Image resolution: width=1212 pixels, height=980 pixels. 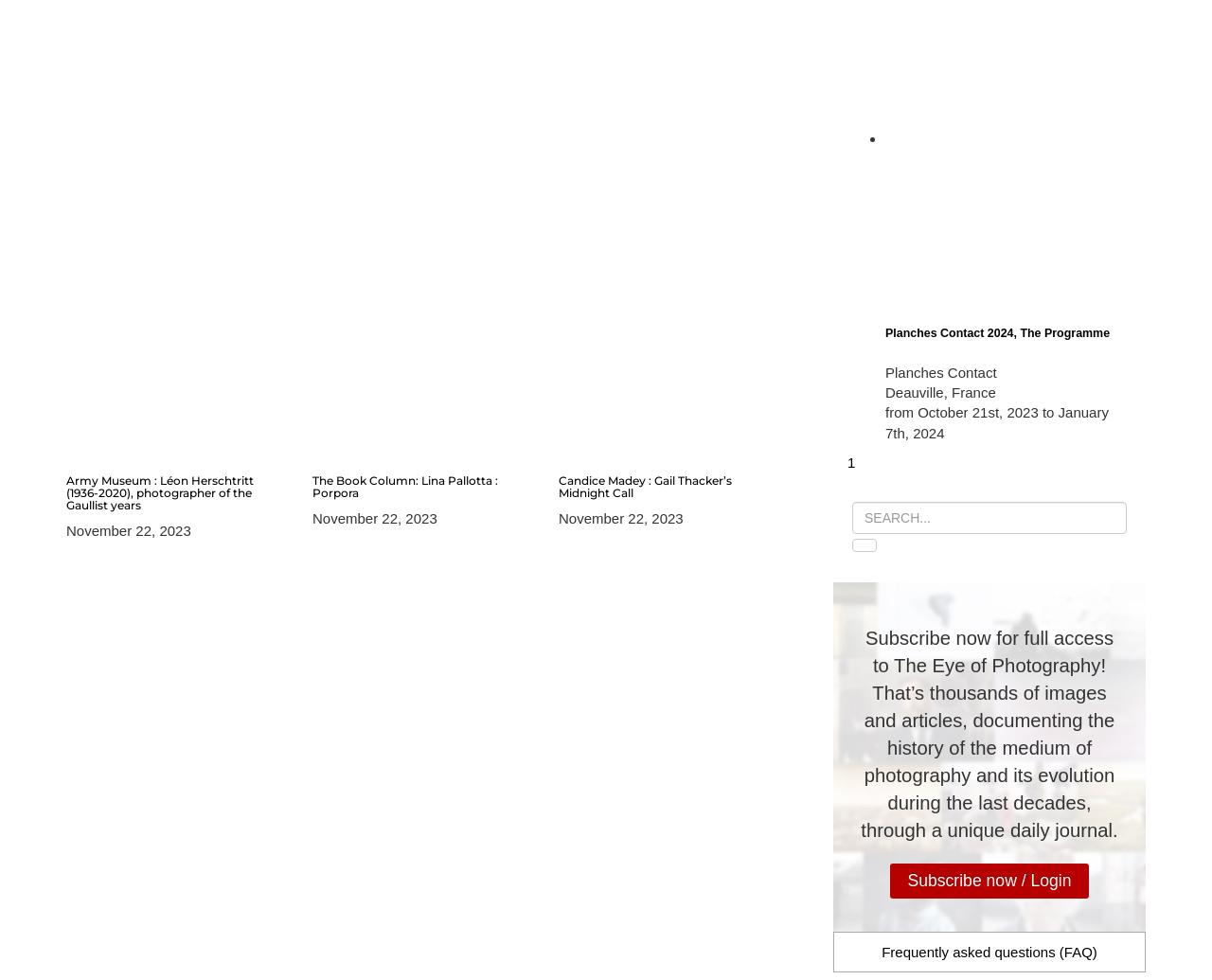 I want to click on 'Candice Madey : Gail Thacker’s Midnight Call', so click(x=644, y=486).